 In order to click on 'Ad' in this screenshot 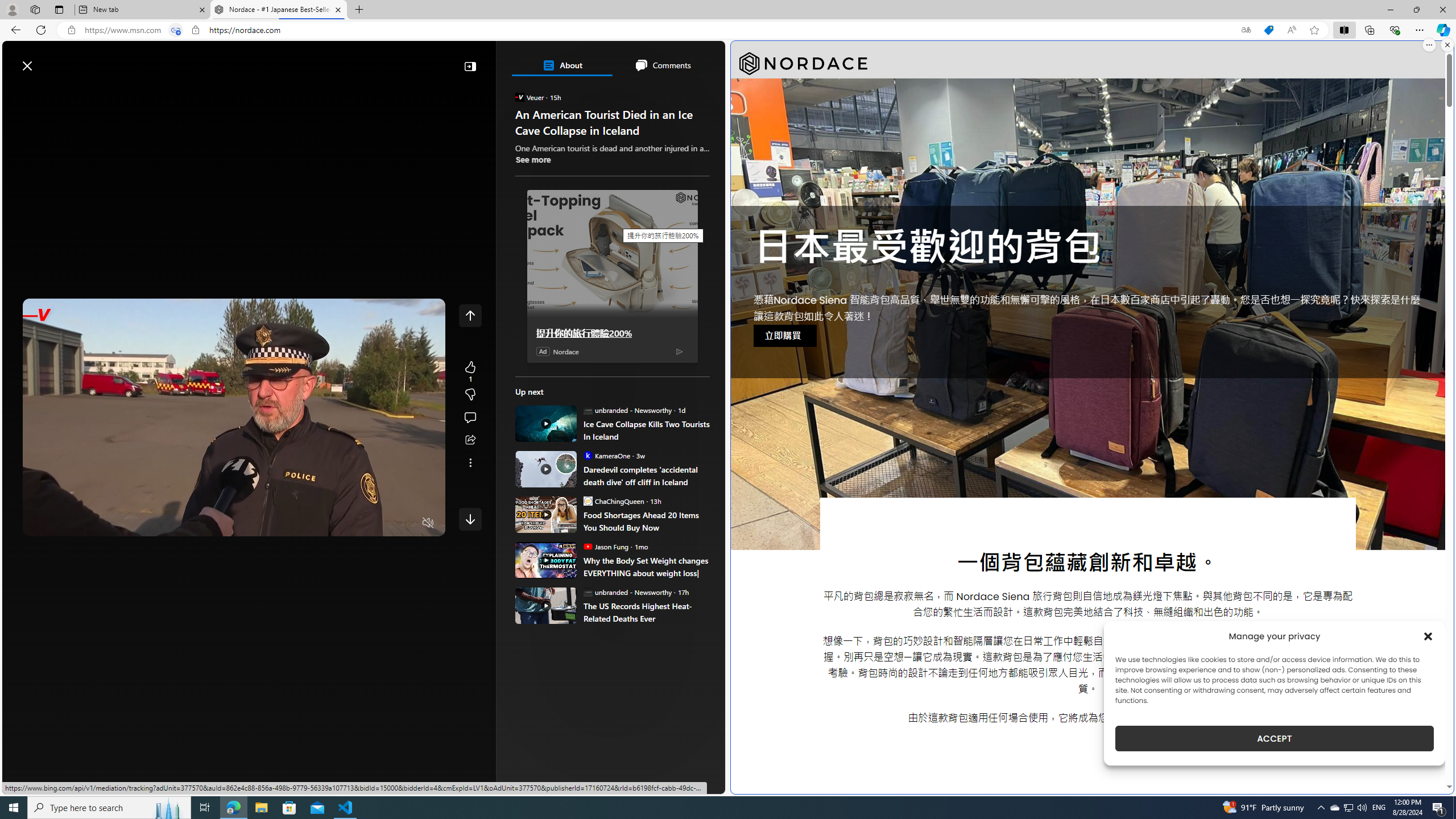, I will do `click(542, 350)`.